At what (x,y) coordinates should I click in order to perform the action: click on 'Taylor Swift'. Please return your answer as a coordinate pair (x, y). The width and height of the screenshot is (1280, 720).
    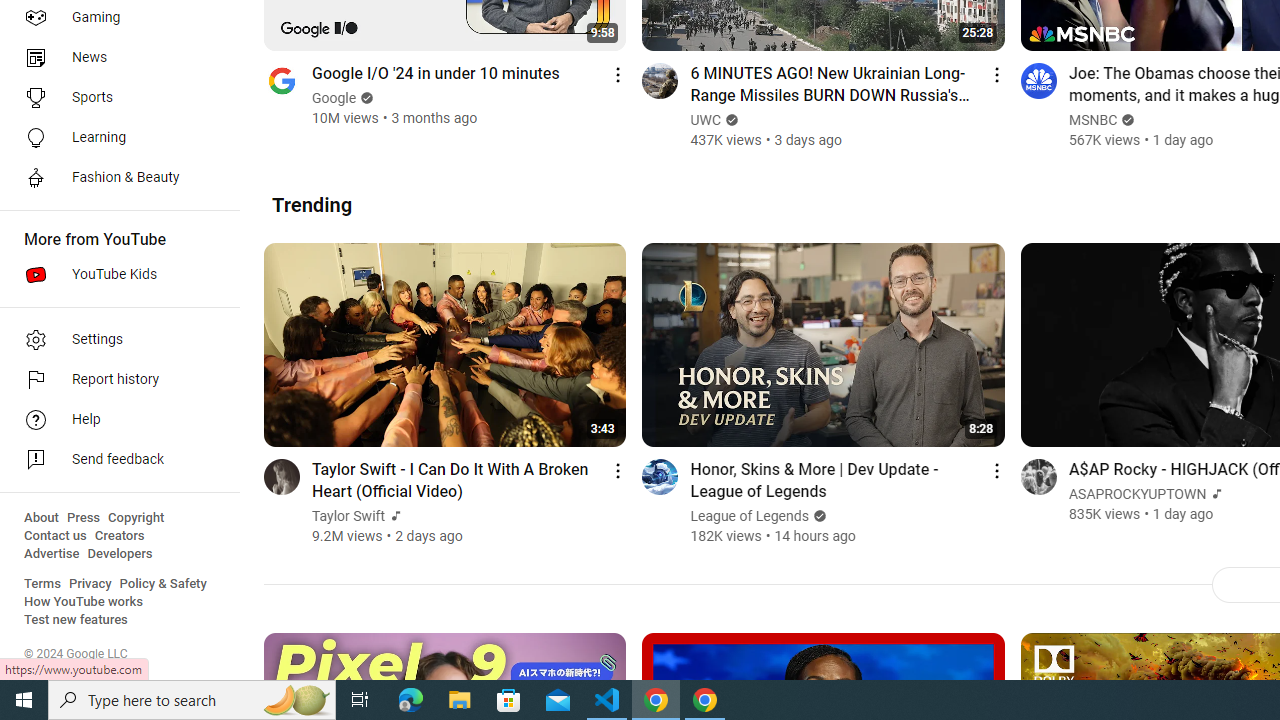
    Looking at the image, I should click on (349, 515).